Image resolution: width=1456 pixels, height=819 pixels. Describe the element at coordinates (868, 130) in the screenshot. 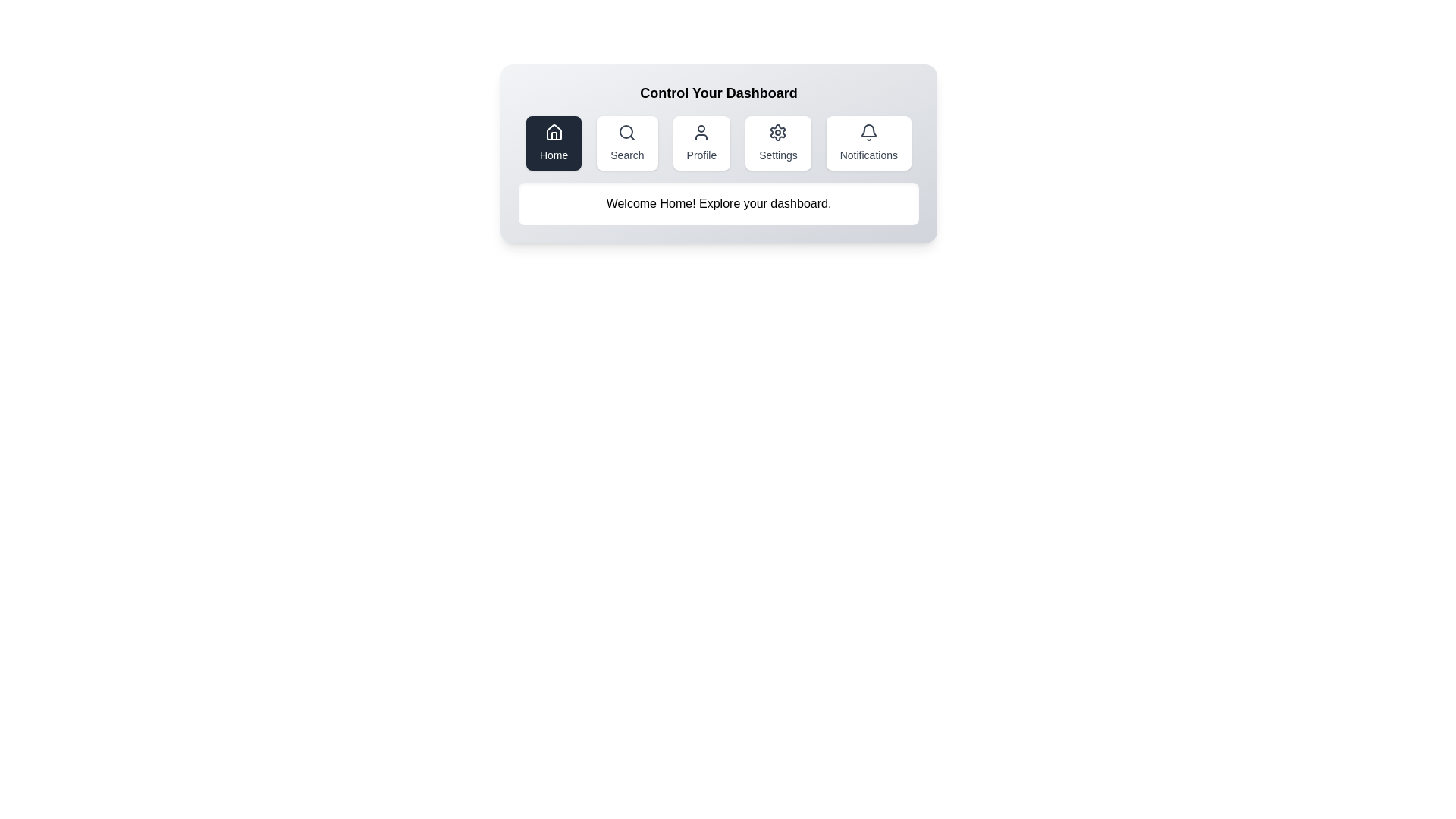

I see `bell notification icon located in the top-right section of the interface within the 'Notifications' tile for design or debugging purposes` at that location.